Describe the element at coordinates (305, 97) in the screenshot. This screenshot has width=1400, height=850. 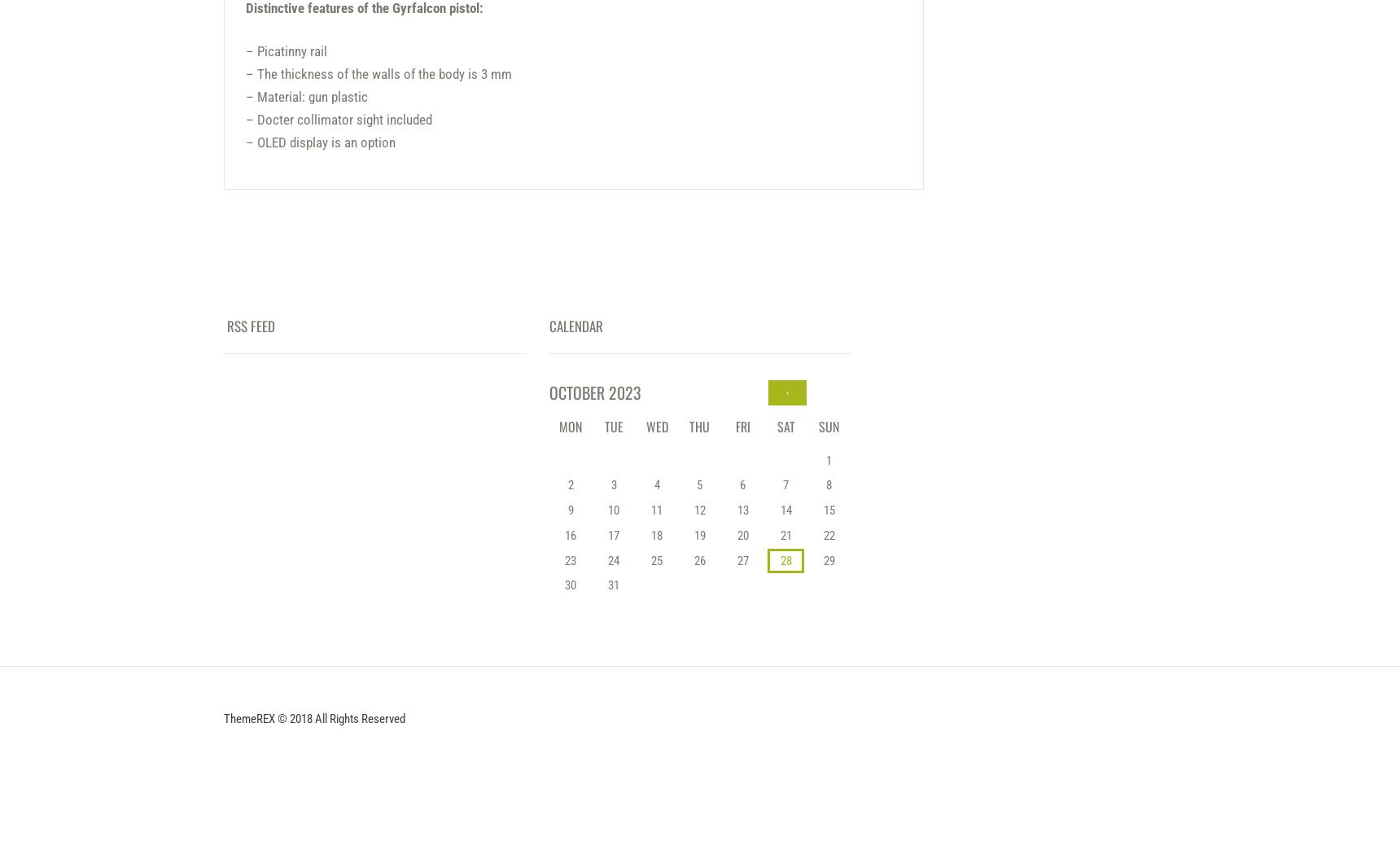
I see `'– Material: gun plastic'` at that location.